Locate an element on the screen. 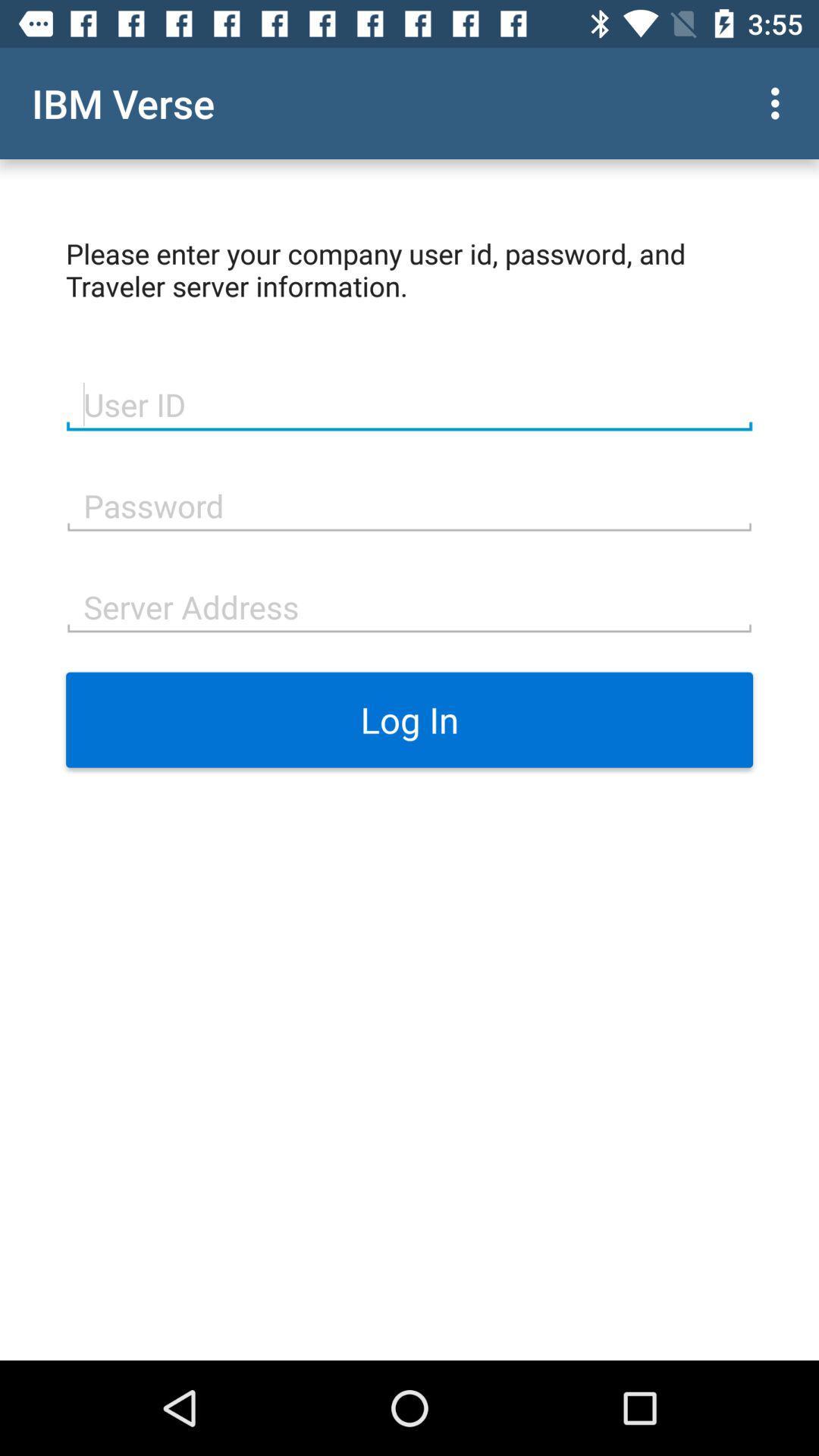 The image size is (819, 1456). item above please enter your icon is located at coordinates (779, 102).